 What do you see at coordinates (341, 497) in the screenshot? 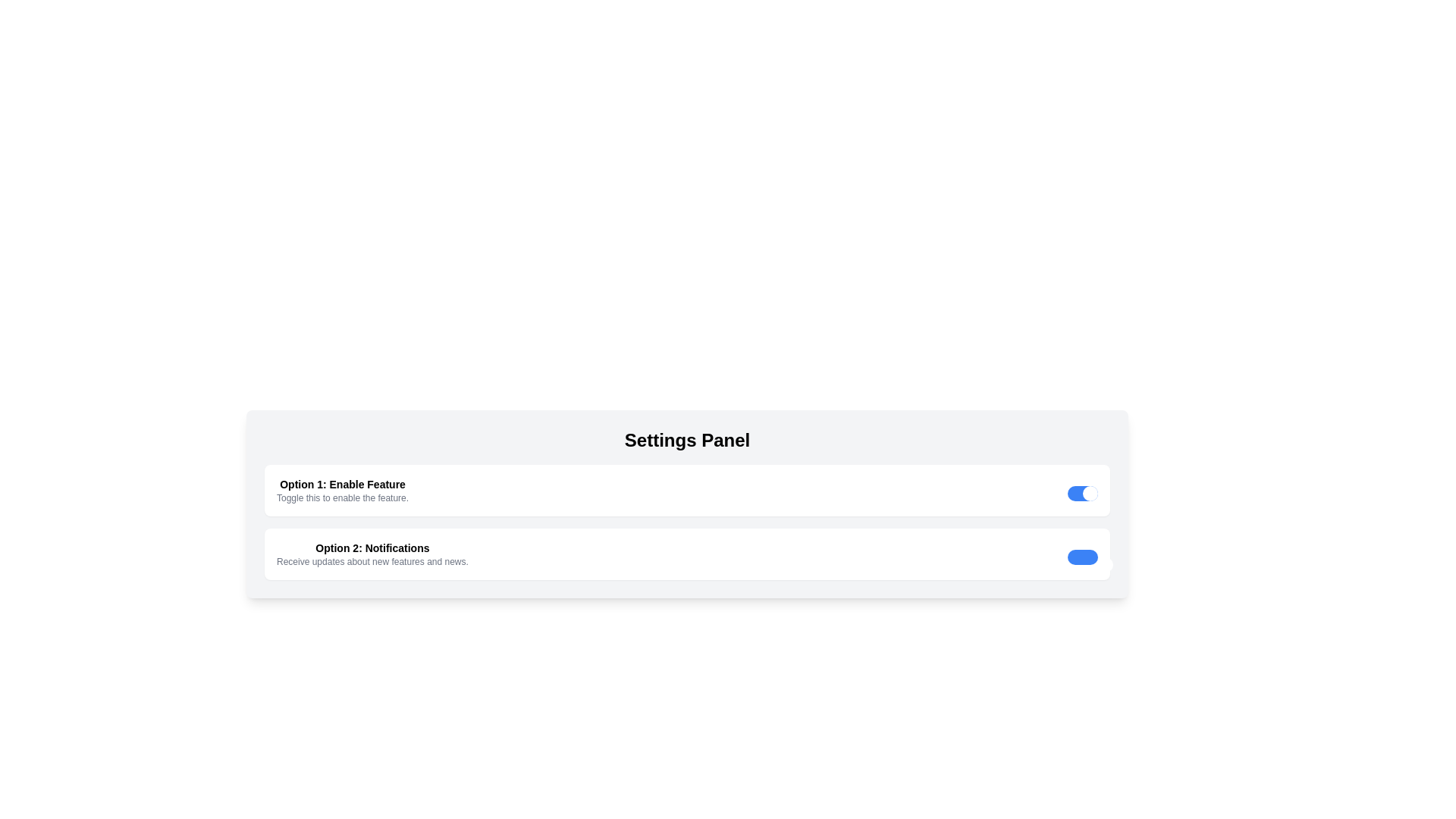
I see `the Text Label that provides additional information about the 'Option 1: Enable Feature' toggle, which is centrally aligned beneath its header` at bounding box center [341, 497].